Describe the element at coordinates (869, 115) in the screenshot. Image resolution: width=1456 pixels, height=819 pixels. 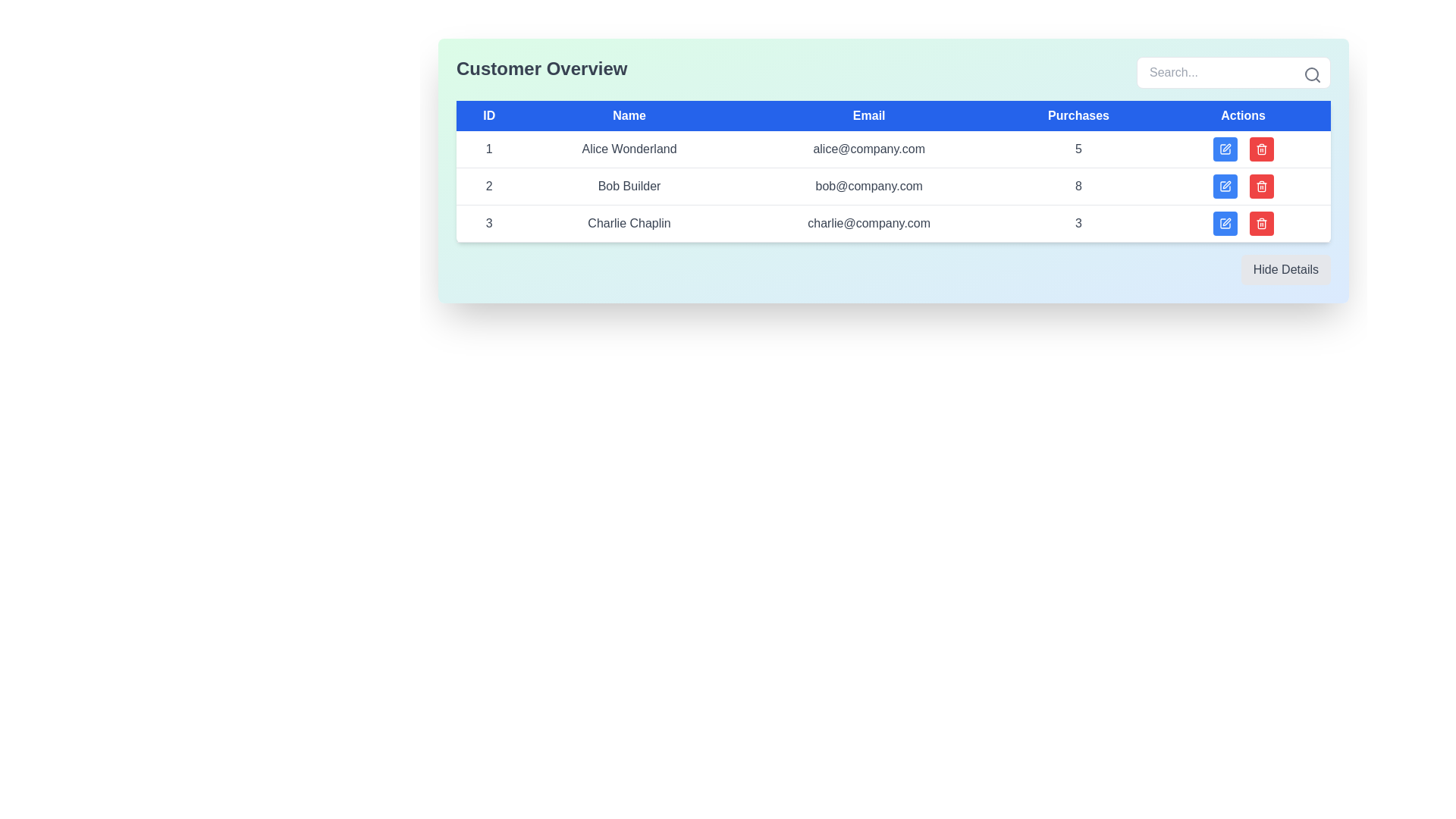
I see `the 'Email' header text label in the table, which is the third header from the left, positioned between the 'Name' and 'Purchases' headers` at that location.